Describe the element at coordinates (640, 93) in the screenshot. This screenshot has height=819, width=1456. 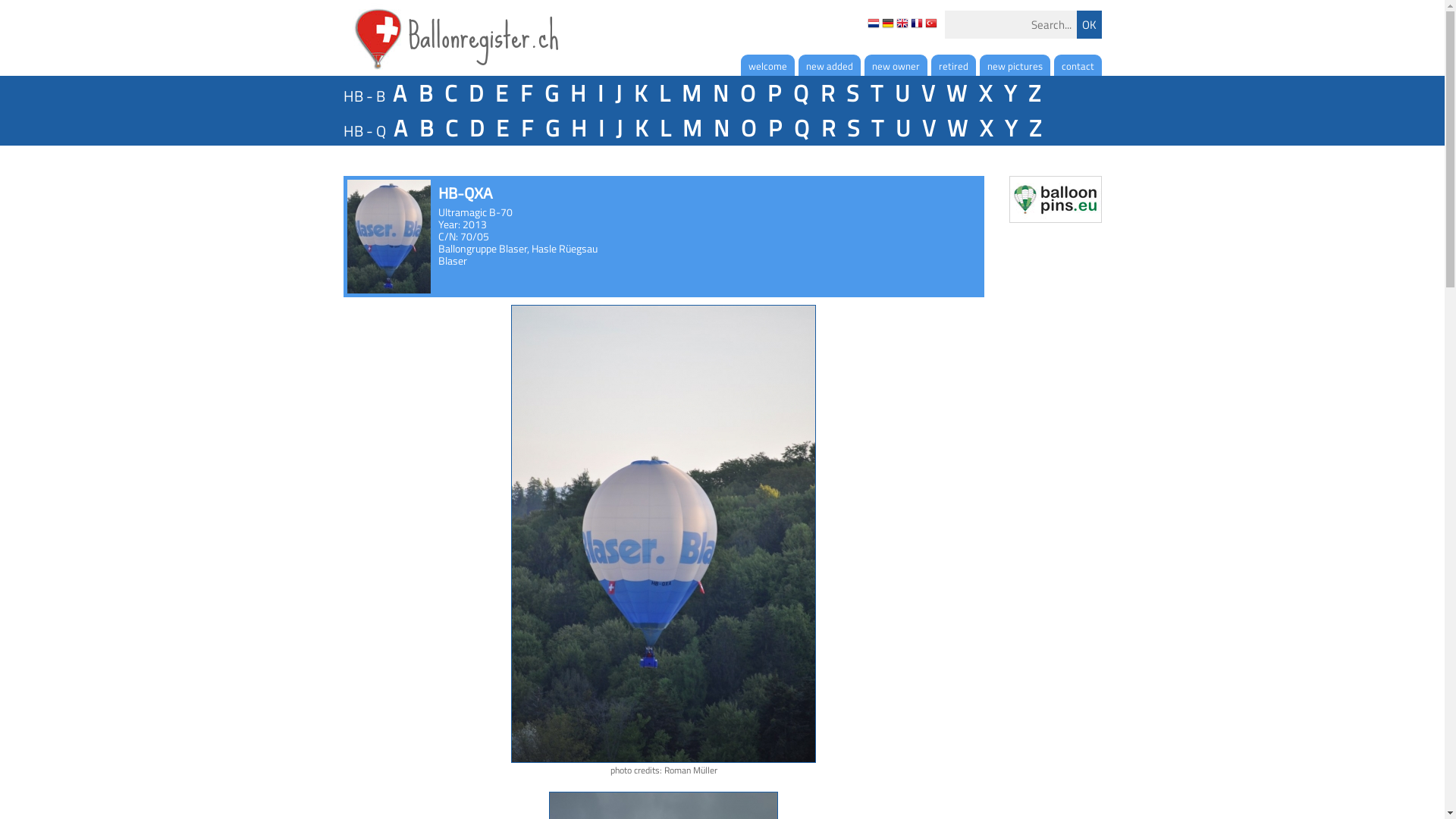
I see `'K'` at that location.